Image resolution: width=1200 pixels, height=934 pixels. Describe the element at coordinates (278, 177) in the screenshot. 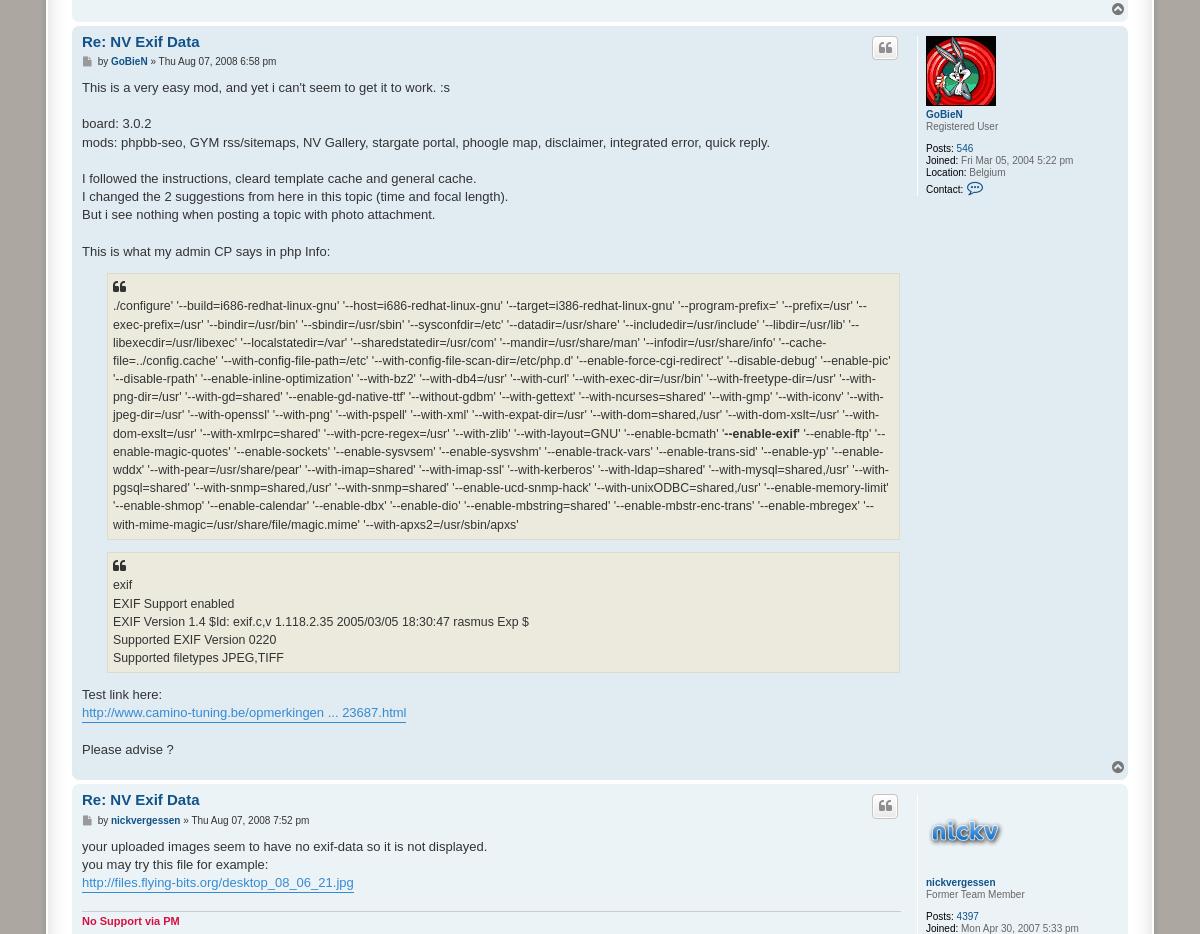

I see `'I followed the instructions, cleard template cache and general cache.'` at that location.